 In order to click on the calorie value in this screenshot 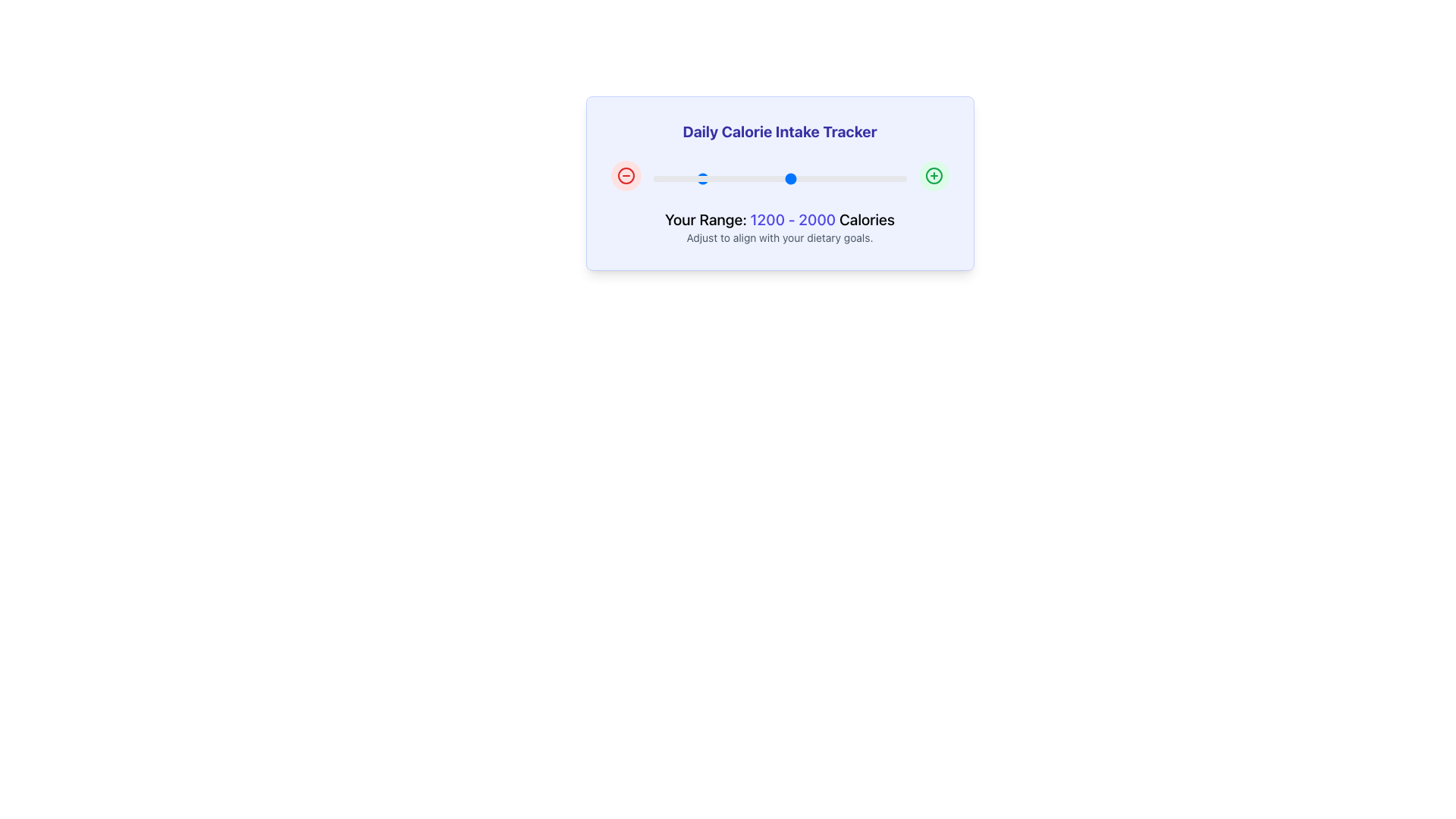, I will do `click(791, 177)`.